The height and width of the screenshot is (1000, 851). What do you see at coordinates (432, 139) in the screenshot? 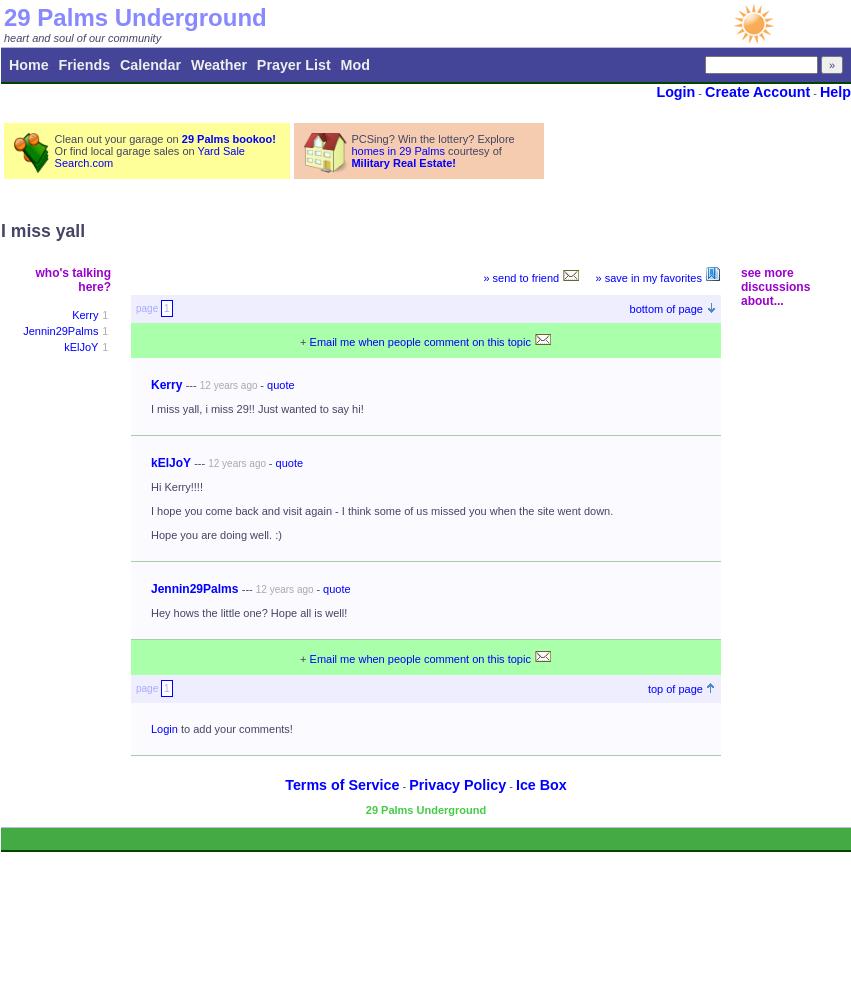
I see `'PCSing?  Win the lottery?  Explore'` at bounding box center [432, 139].